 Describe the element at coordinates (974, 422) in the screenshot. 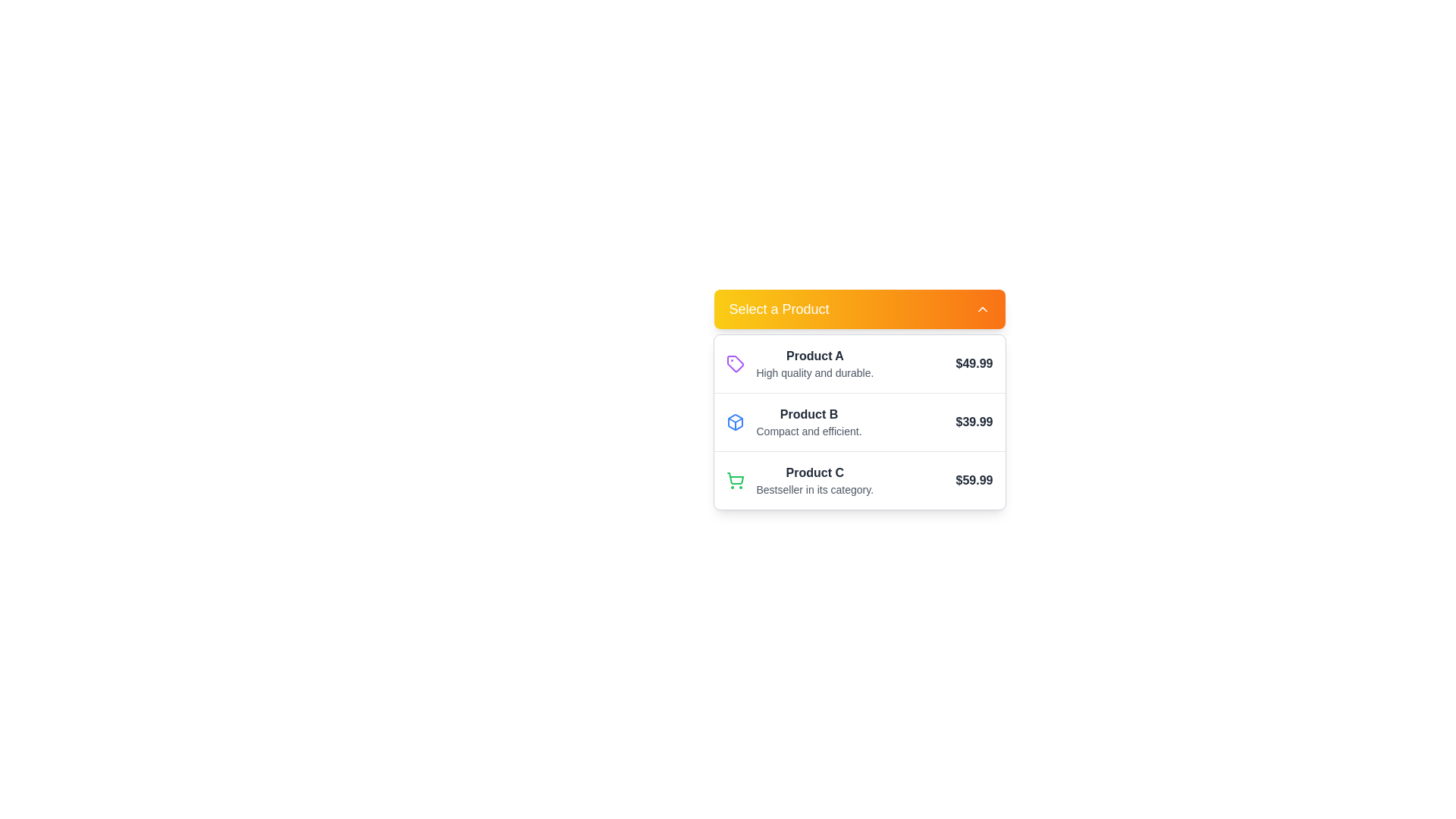

I see `the price label displaying '$39.99' for 'Product B', which is aligned to the far right of the row in the card layout` at that location.